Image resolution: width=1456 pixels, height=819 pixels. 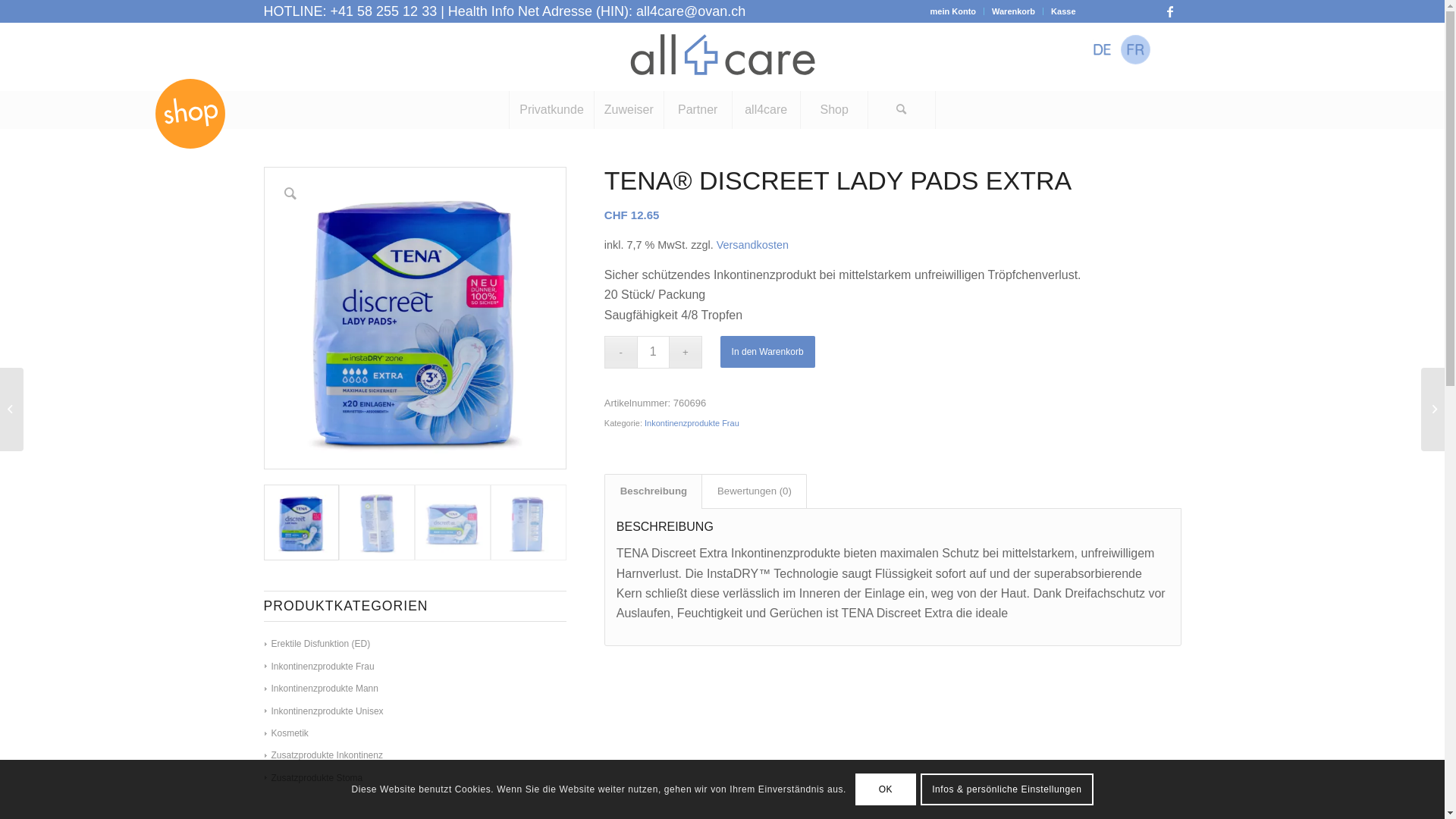 I want to click on 'Inkontinenzprodukte Mann', so click(x=319, y=688).